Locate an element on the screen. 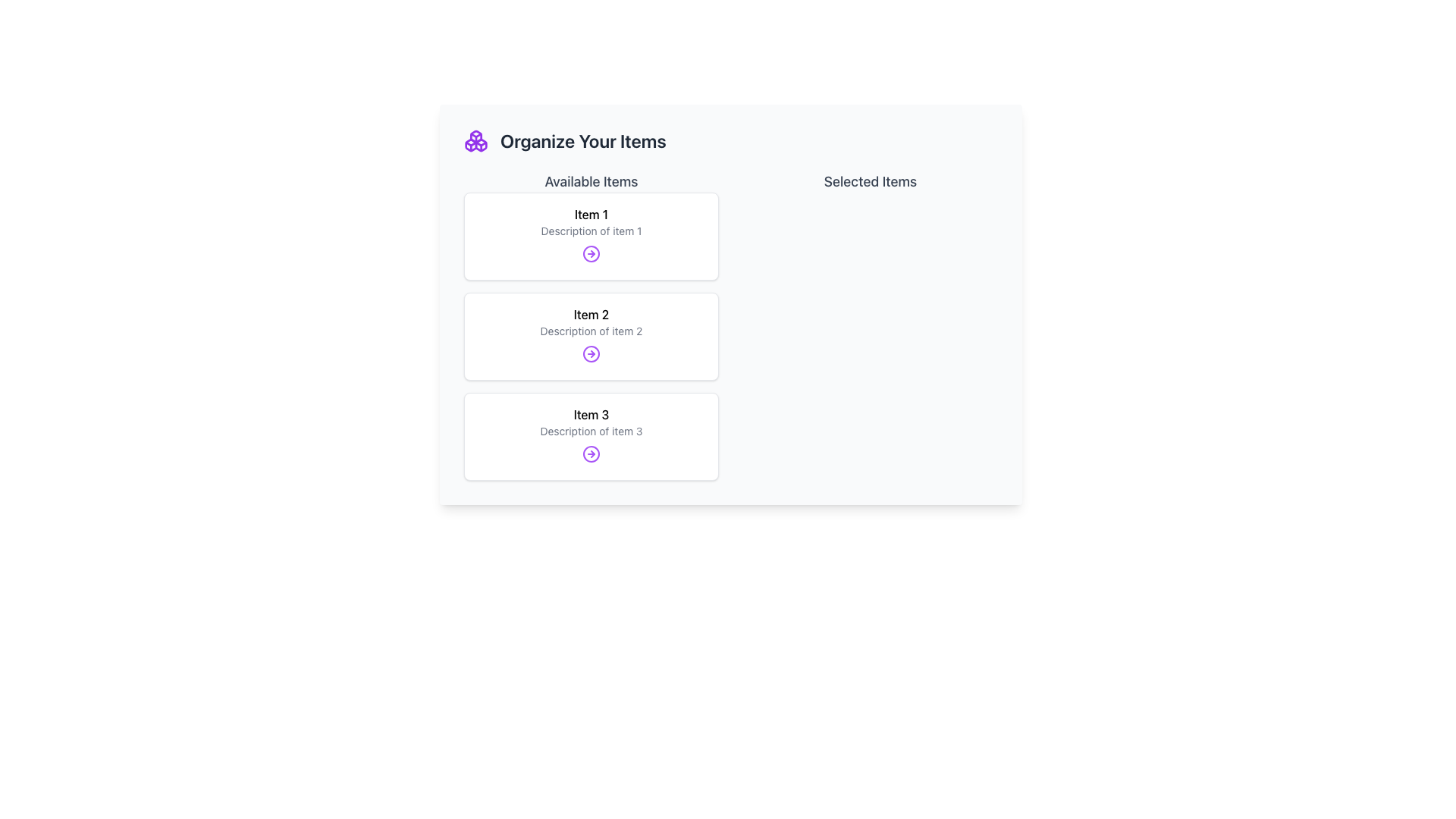 This screenshot has height=819, width=1456. the title text element for the third item in the 'Available Items' list, which is located at the top of its panel is located at coordinates (590, 415).